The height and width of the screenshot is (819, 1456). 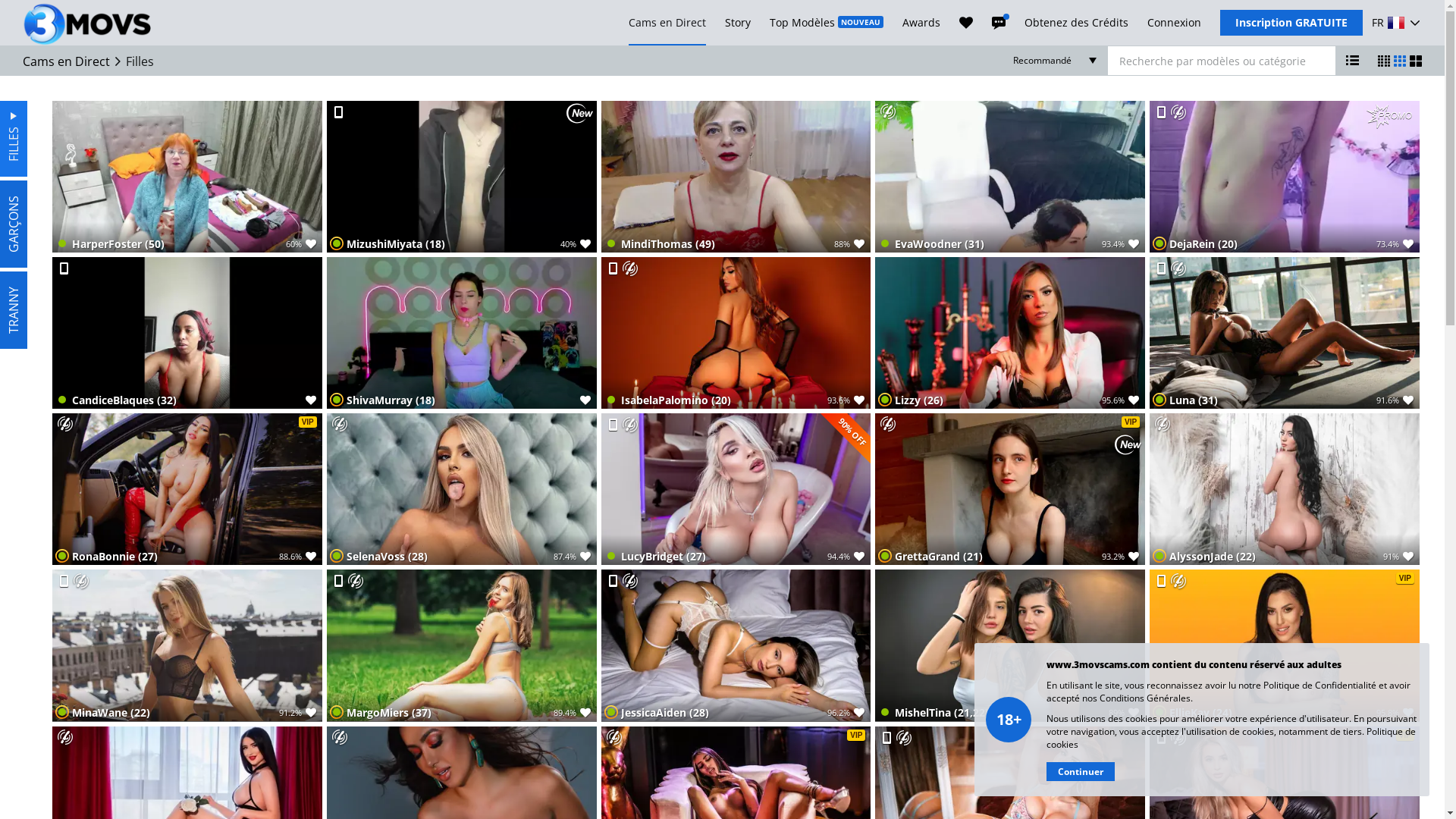 I want to click on 'Awards', so click(x=920, y=23).